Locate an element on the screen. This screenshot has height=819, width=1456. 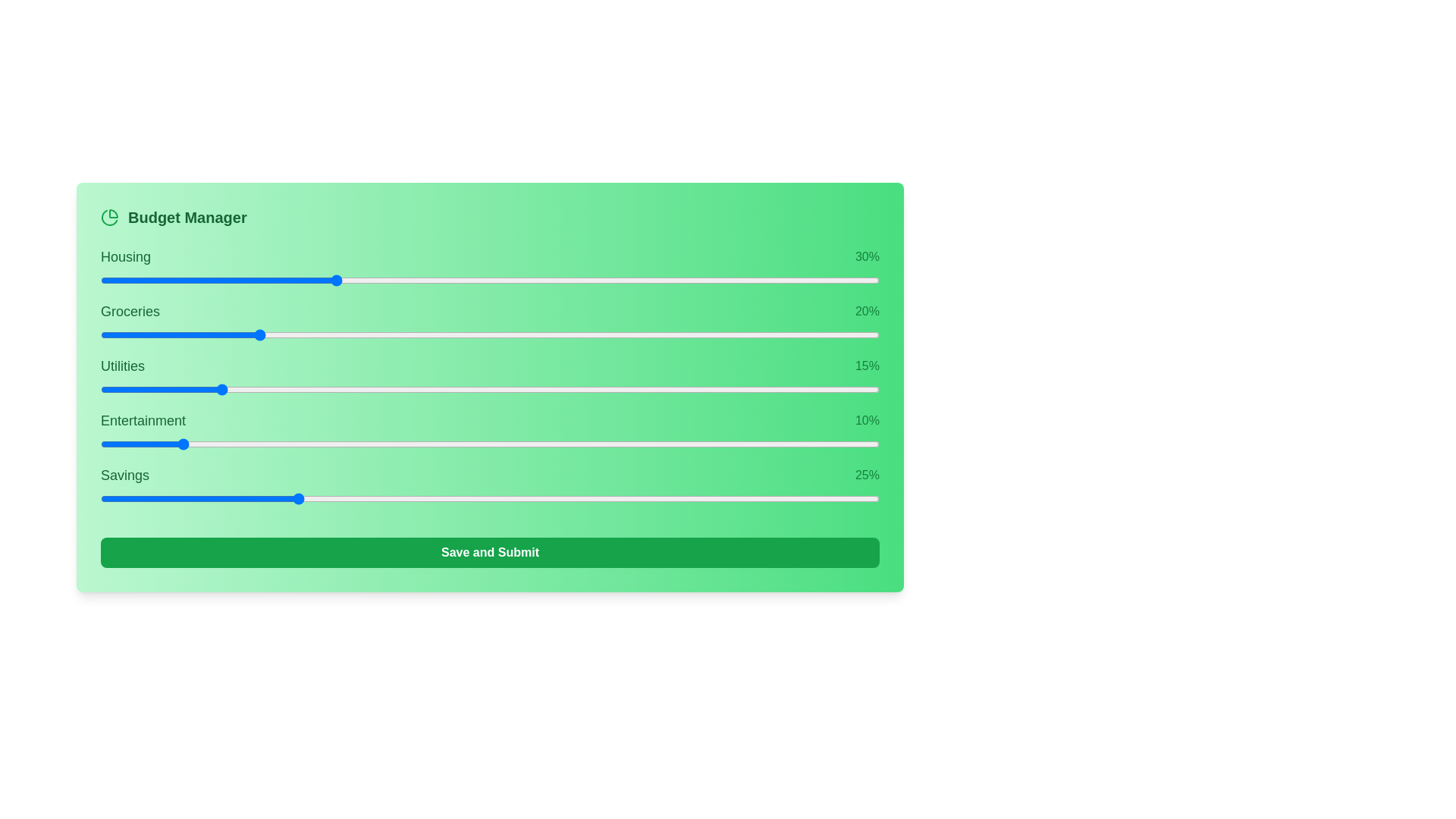
the slider for 1 to 46% allocation is located at coordinates (668, 334).